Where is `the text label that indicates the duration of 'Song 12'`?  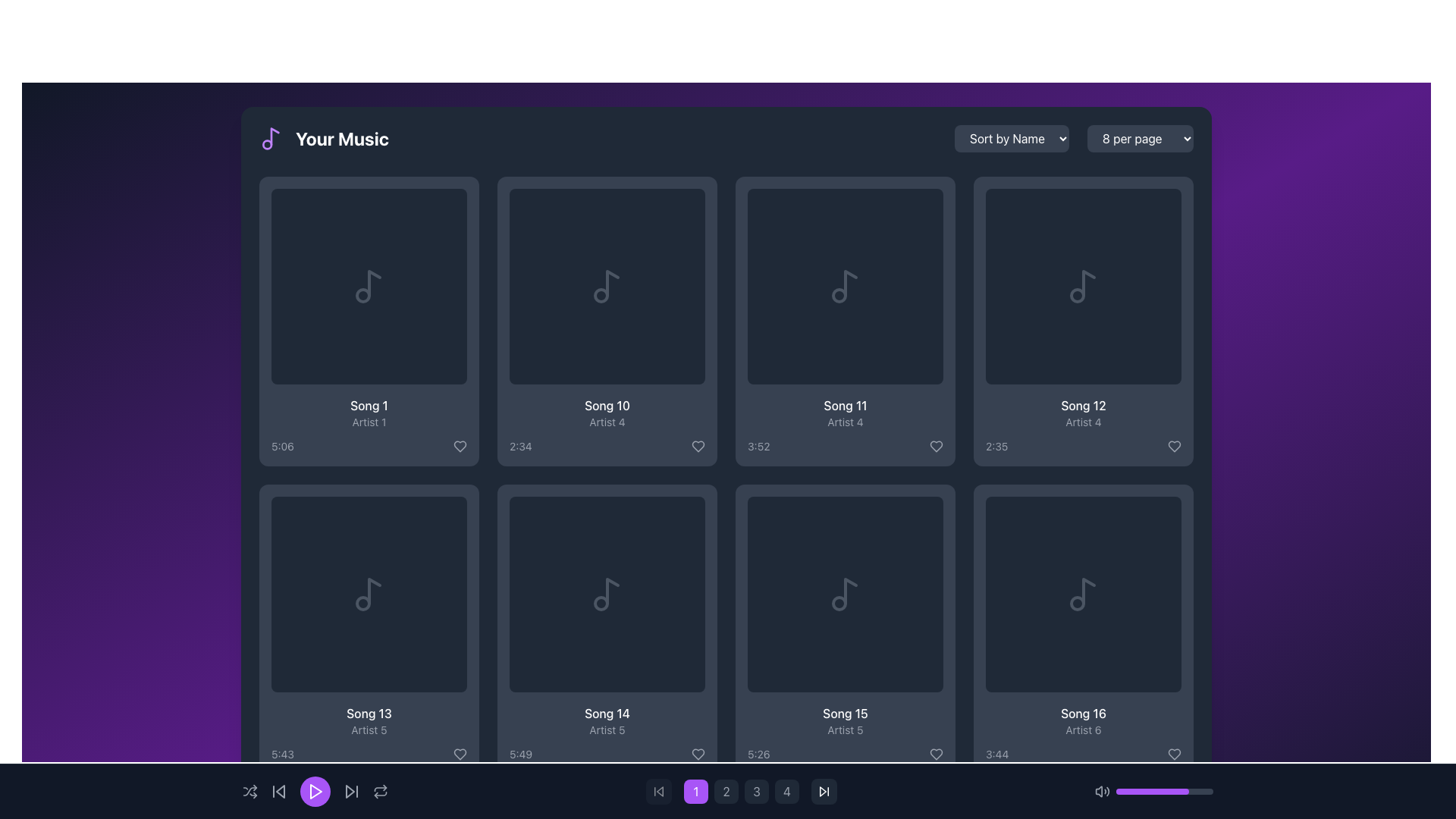
the text label that indicates the duration of 'Song 12' is located at coordinates (996, 446).